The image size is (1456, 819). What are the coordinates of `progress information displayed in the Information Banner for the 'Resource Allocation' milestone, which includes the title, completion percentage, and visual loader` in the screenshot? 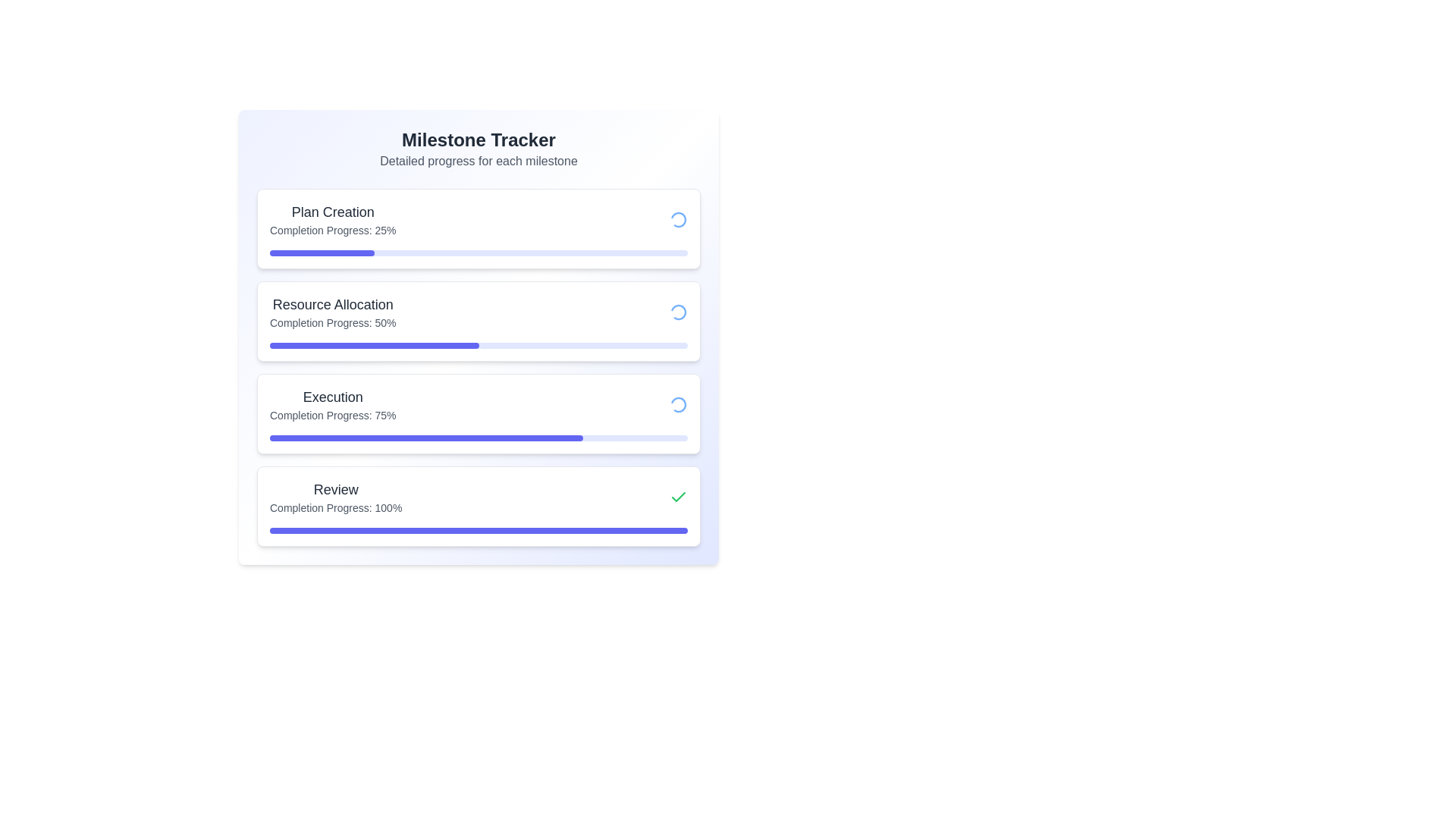 It's located at (478, 312).